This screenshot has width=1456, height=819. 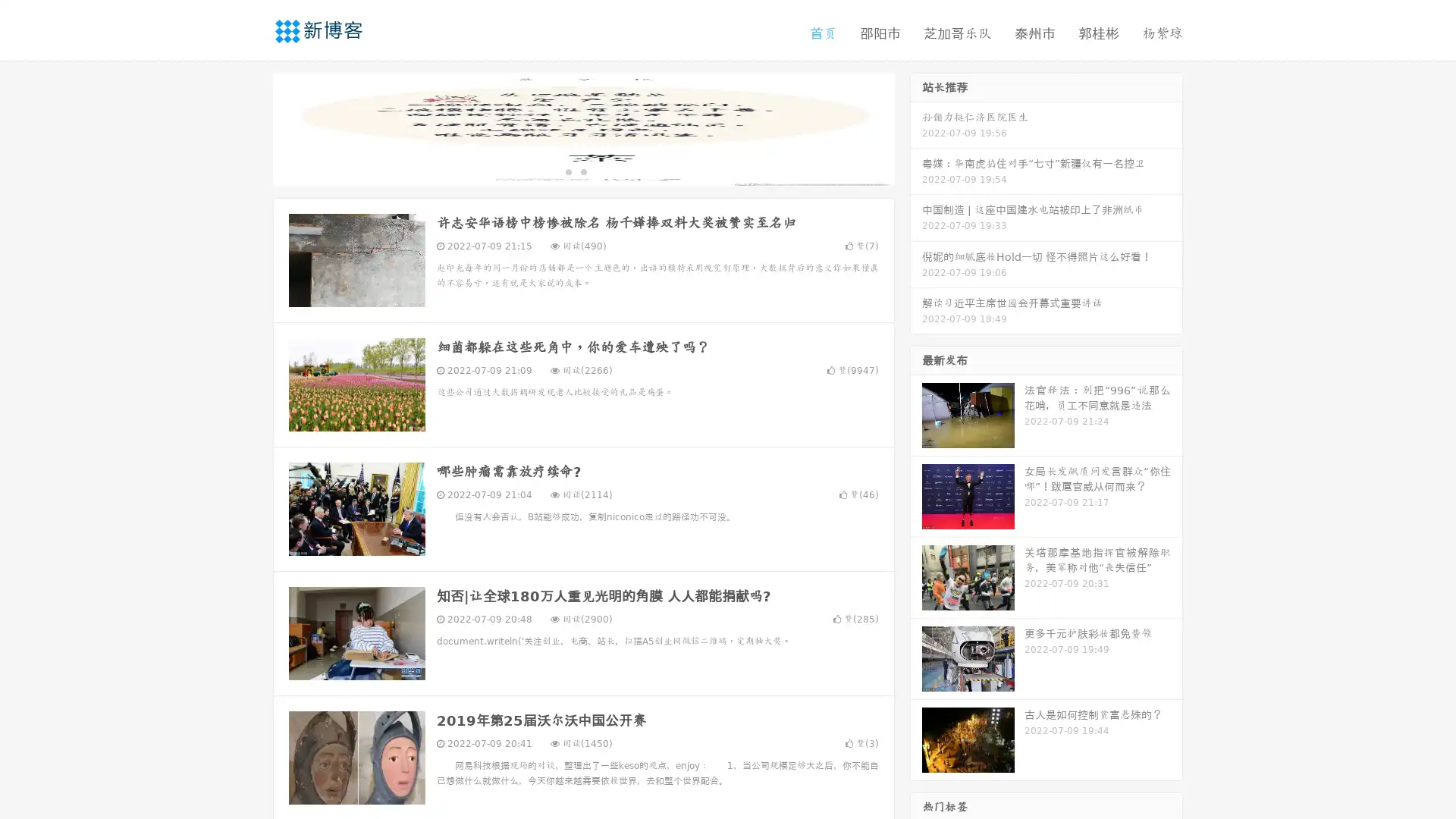 What do you see at coordinates (582, 171) in the screenshot?
I see `Go to slide 2` at bounding box center [582, 171].